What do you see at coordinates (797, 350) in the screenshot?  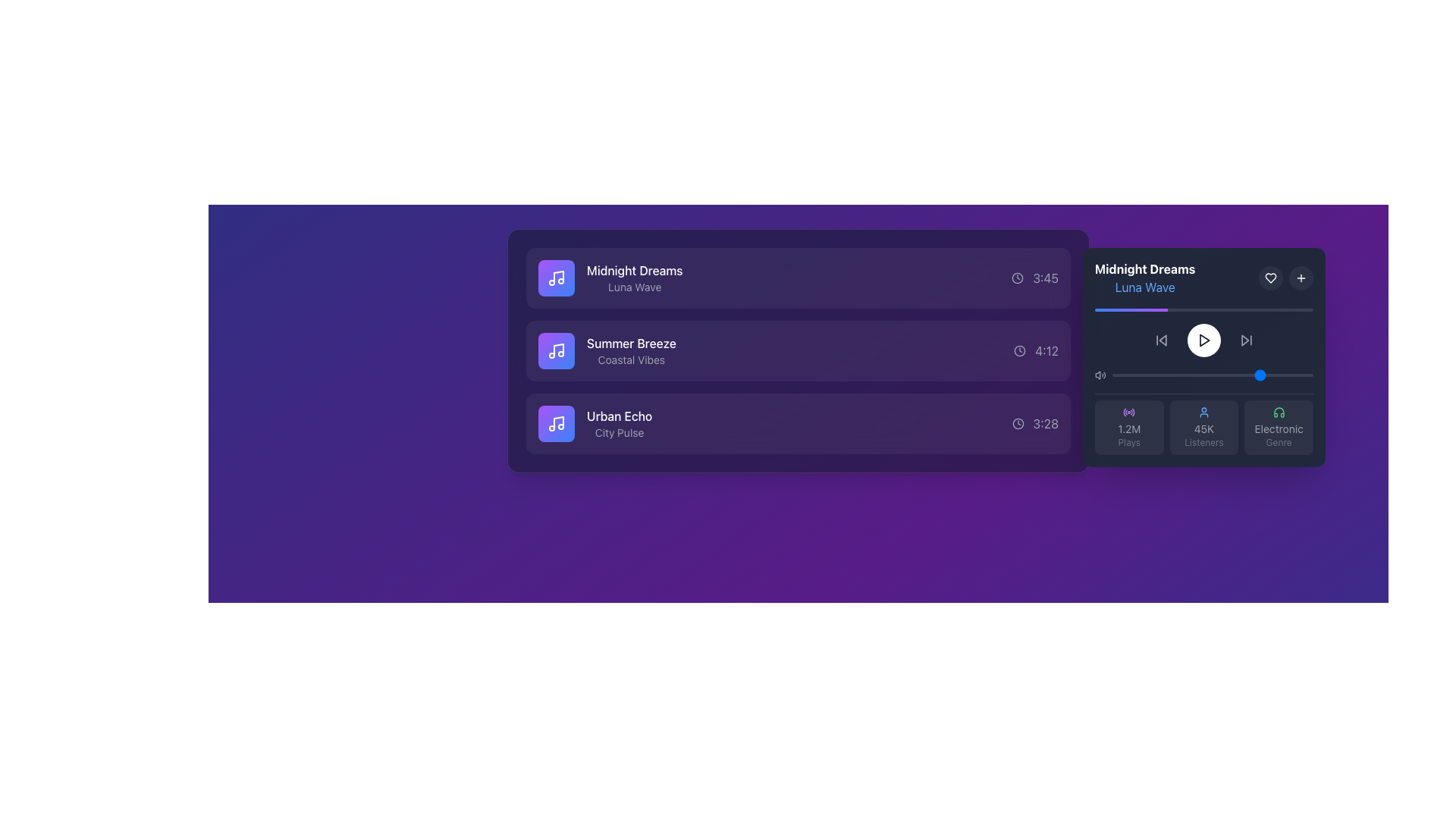 I see `the music track card titled 'Summer Breeze' with a purple background, which is the second card in a vertical list of three cards` at bounding box center [797, 350].